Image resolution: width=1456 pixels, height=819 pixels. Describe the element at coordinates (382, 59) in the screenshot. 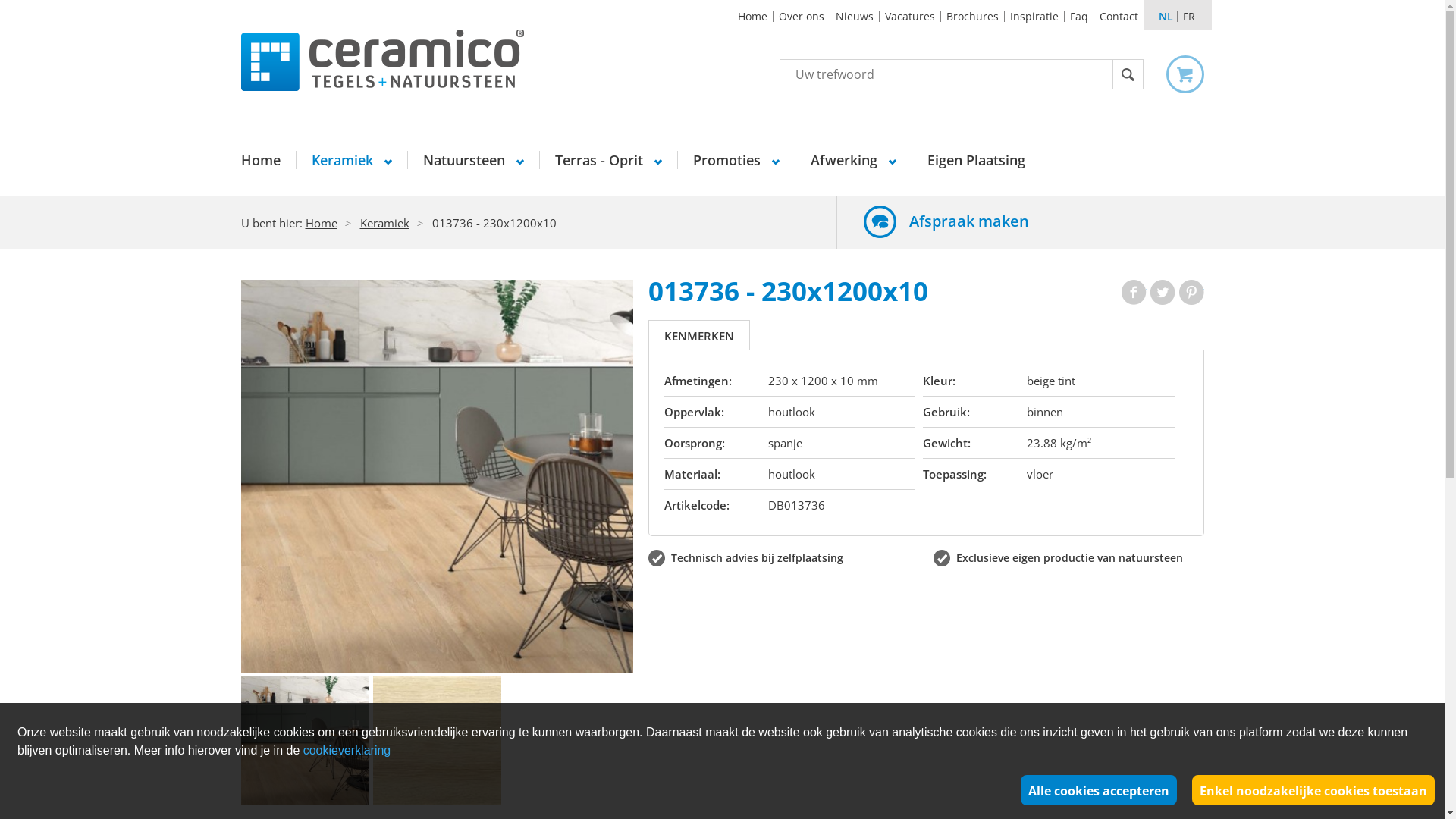

I see `'Ceramico Tegels Natuursteen'` at that location.